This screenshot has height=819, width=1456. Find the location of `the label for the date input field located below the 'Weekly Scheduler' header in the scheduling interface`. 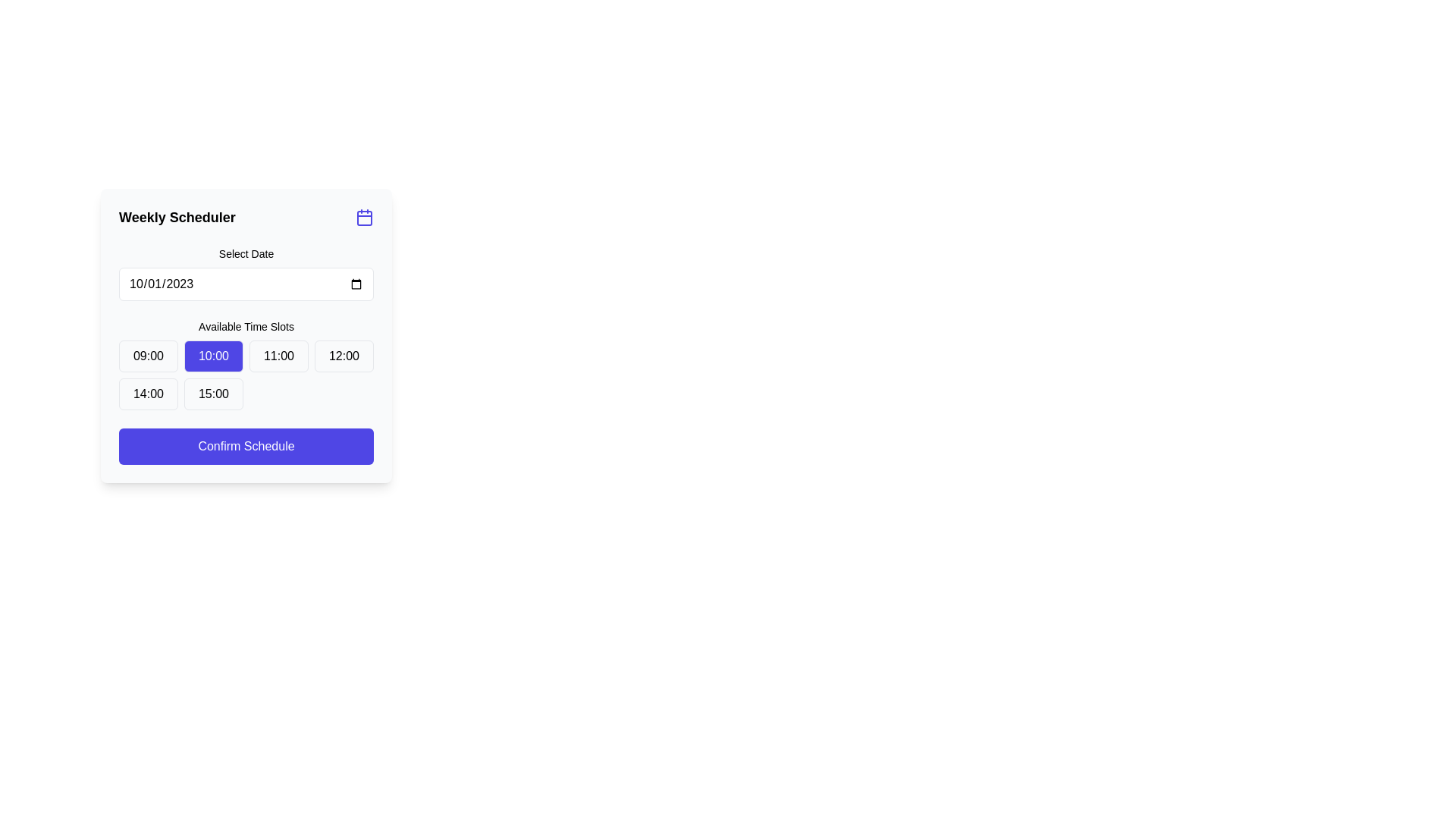

the label for the date input field located below the 'Weekly Scheduler' header in the scheduling interface is located at coordinates (246, 253).